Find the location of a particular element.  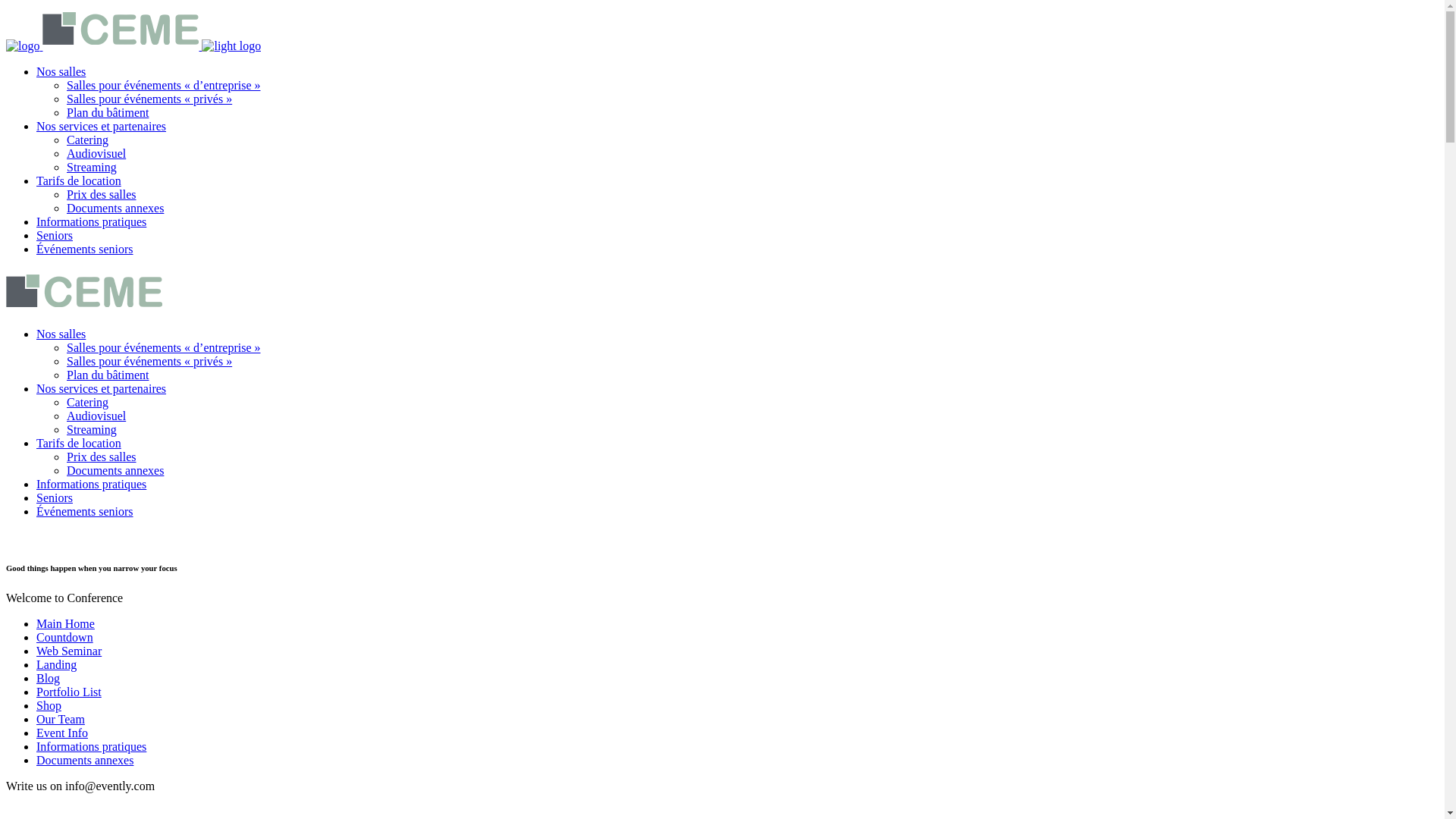

'Tarifs de location' is located at coordinates (78, 180).